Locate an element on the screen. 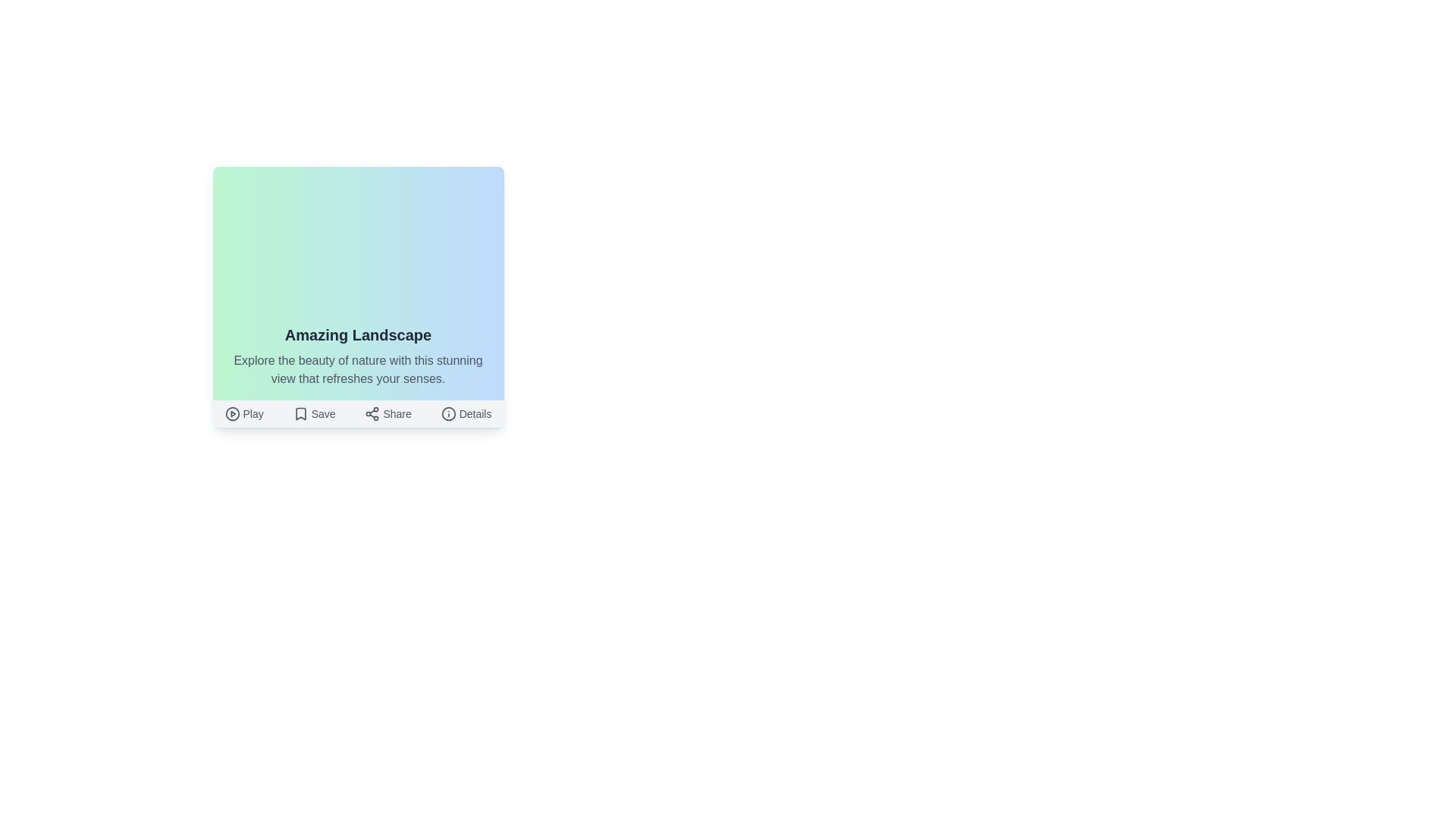 Image resolution: width=1456 pixels, height=819 pixels. the descriptive text located below the title 'Amazing Landscape', which provides additional context about the content is located at coordinates (357, 370).